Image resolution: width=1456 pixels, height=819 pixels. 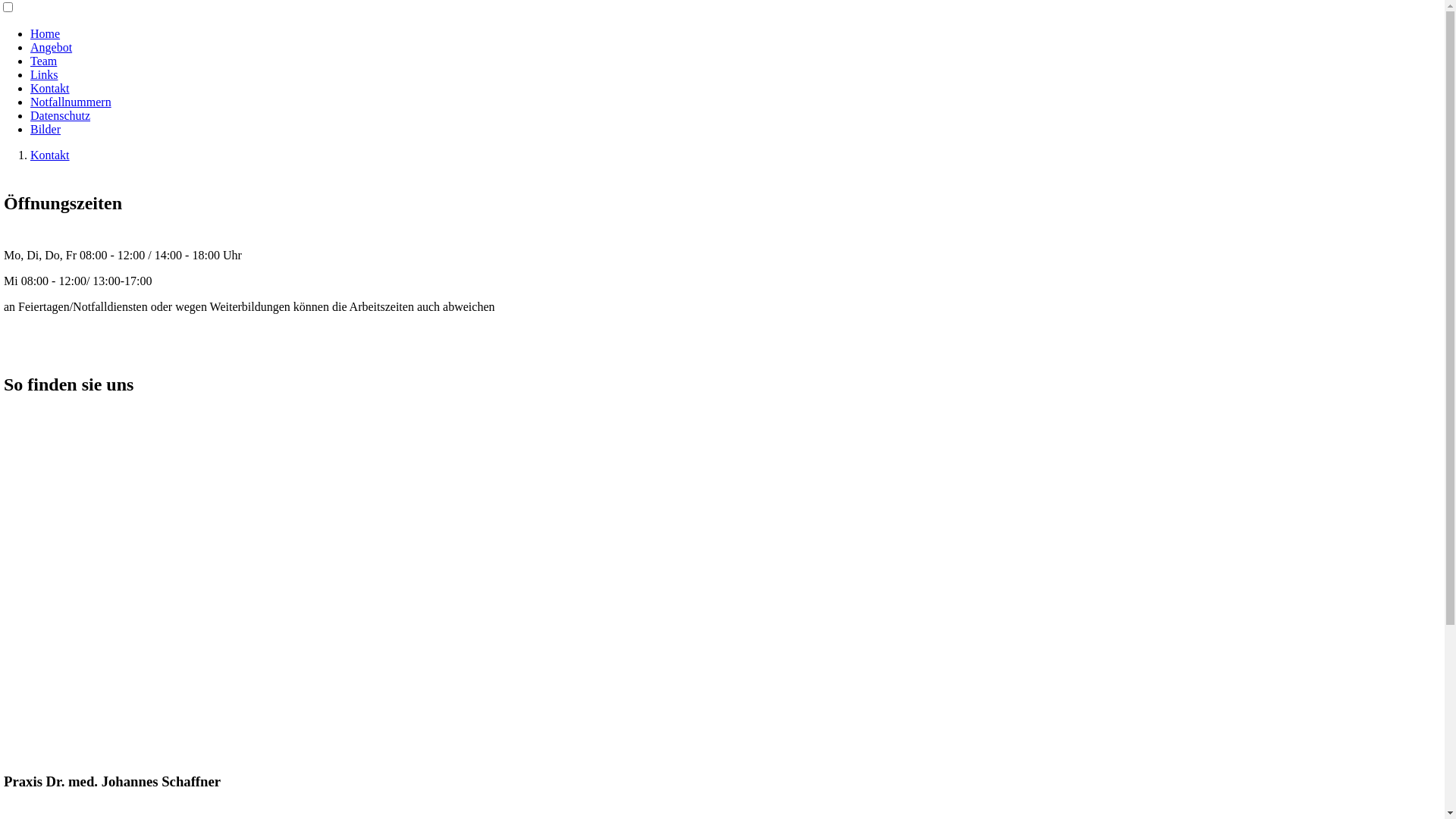 What do you see at coordinates (45, 33) in the screenshot?
I see `'Home'` at bounding box center [45, 33].